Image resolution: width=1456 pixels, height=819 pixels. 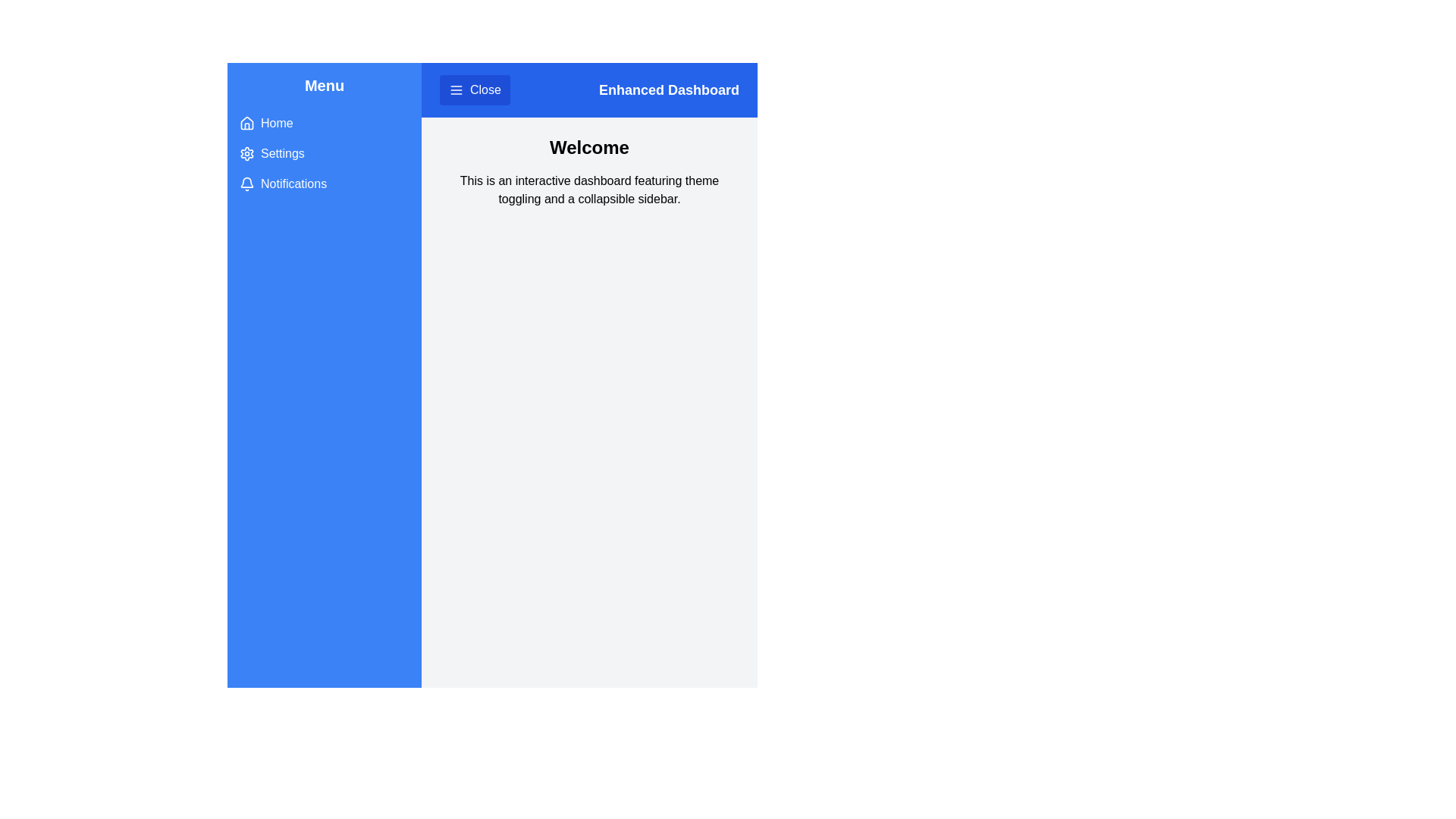 I want to click on the 'Menu' title located at the top of the vertical sidebar with a blue background, which is styled in bold and larger font size, so click(x=323, y=85).